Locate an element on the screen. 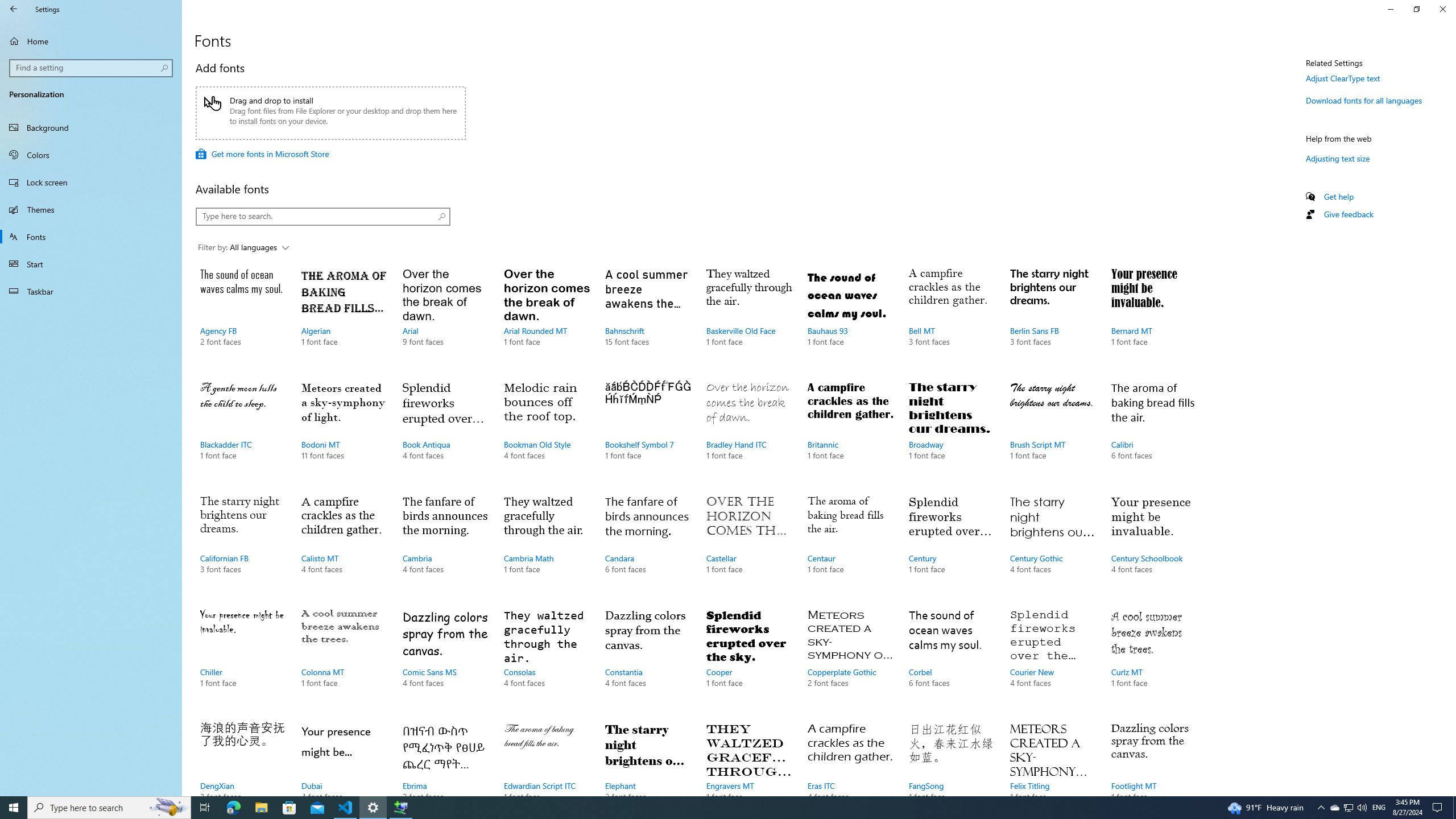 Image resolution: width=1456 pixels, height=819 pixels. 'Dubai, 4 font faces' is located at coordinates (343, 755).